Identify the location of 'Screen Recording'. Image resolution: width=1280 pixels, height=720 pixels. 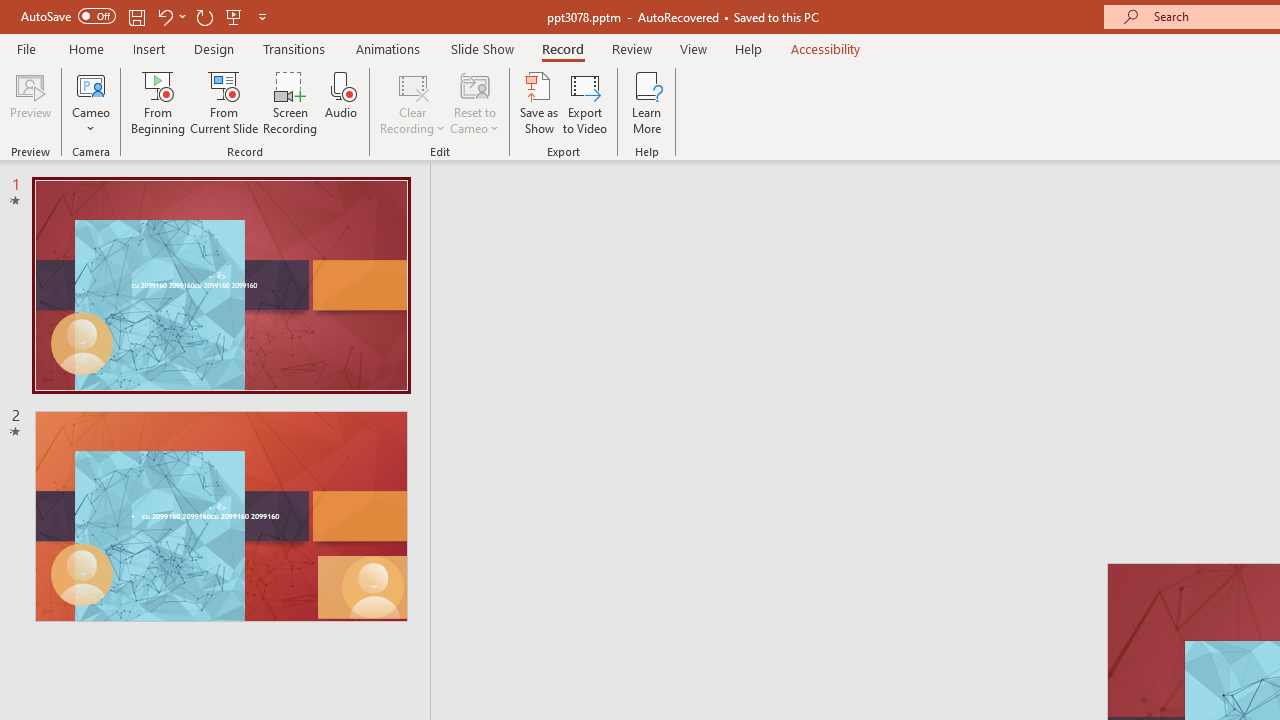
(289, 103).